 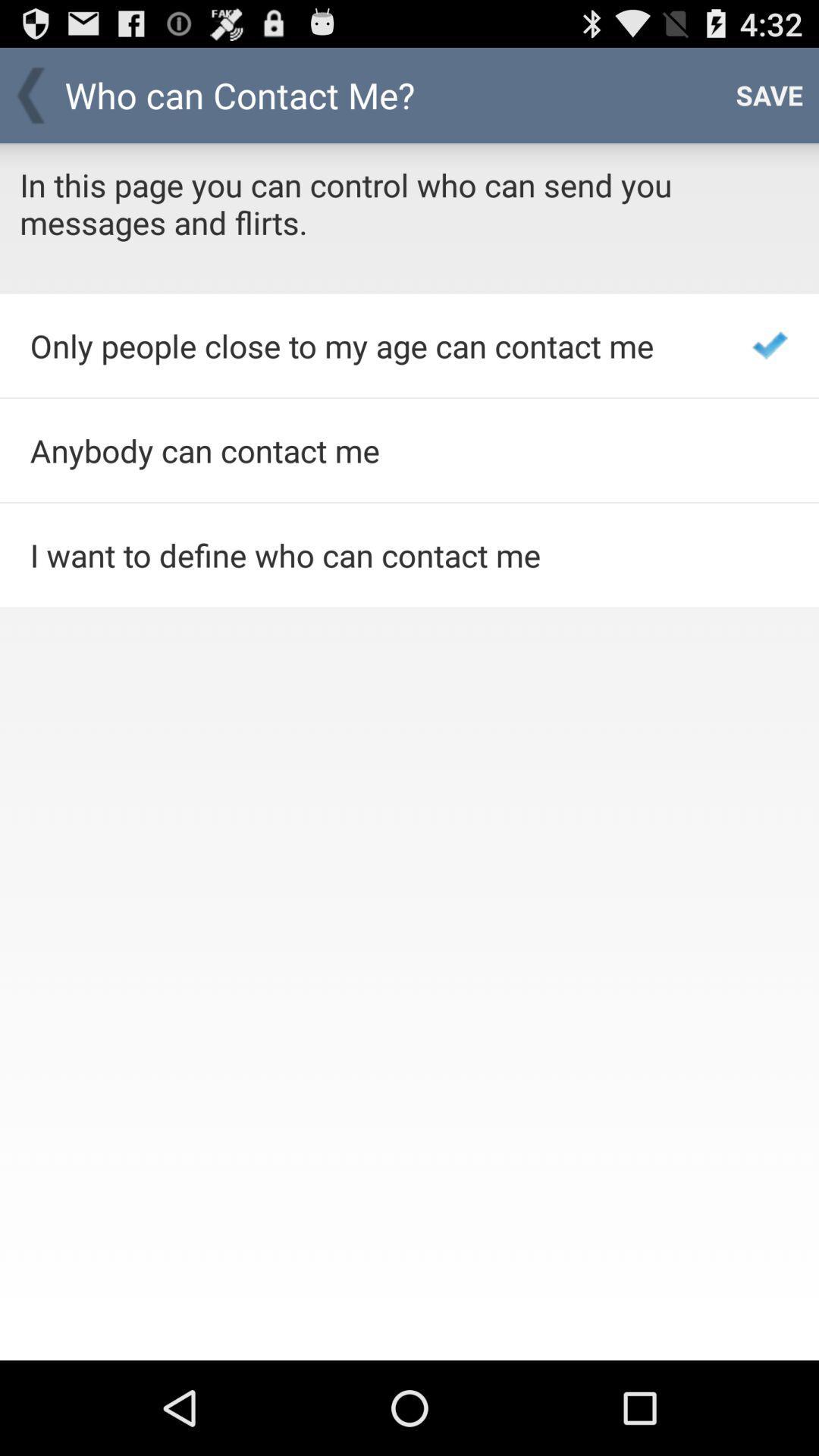 What do you see at coordinates (769, 94) in the screenshot?
I see `app next to the who can contact` at bounding box center [769, 94].